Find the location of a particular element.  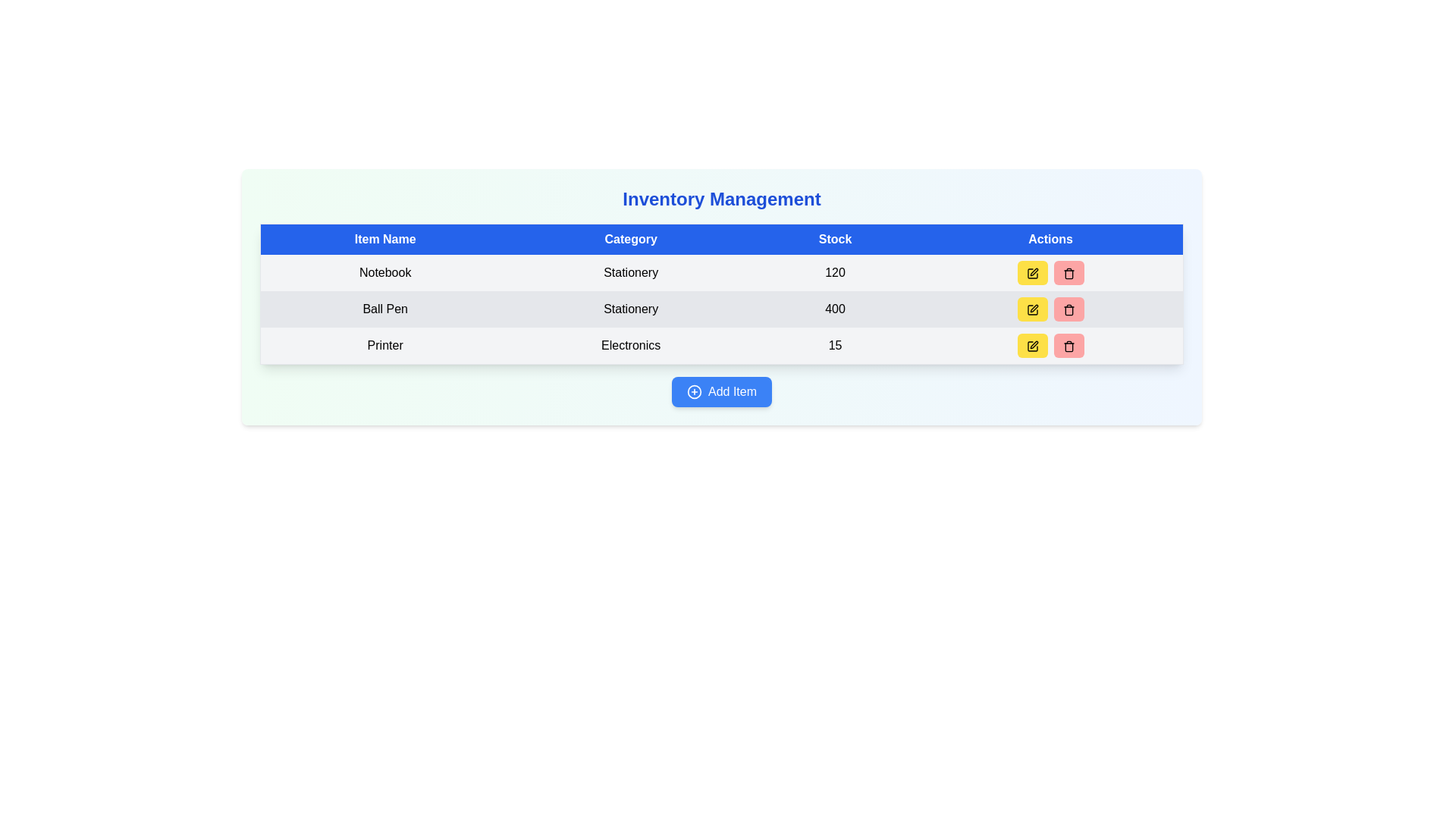

the yellow Edit button in the Actions section of the row corresponding to the 'Notebook' item is located at coordinates (1050, 271).